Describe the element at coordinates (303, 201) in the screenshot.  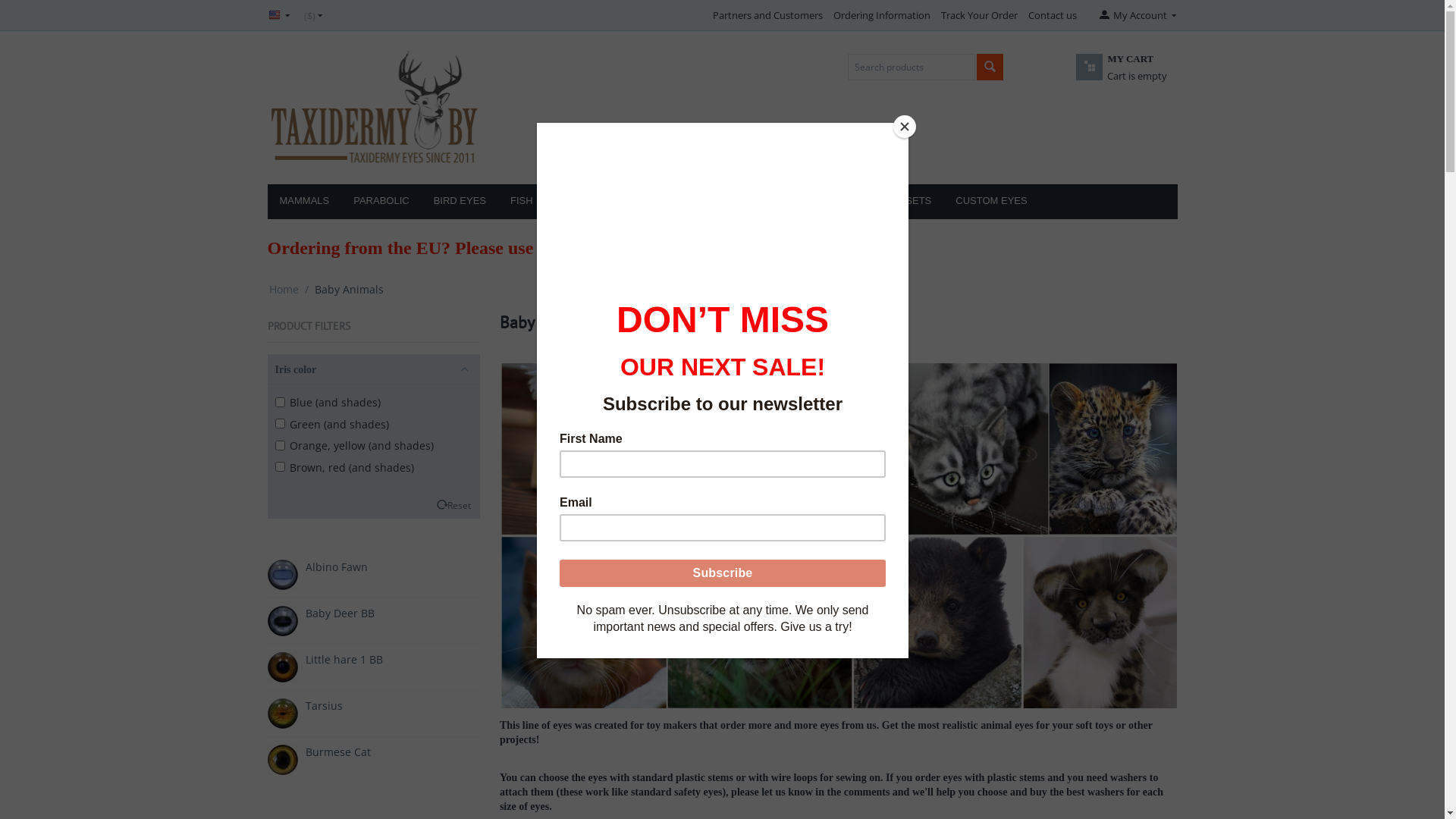
I see `'MAMMALS'` at that location.